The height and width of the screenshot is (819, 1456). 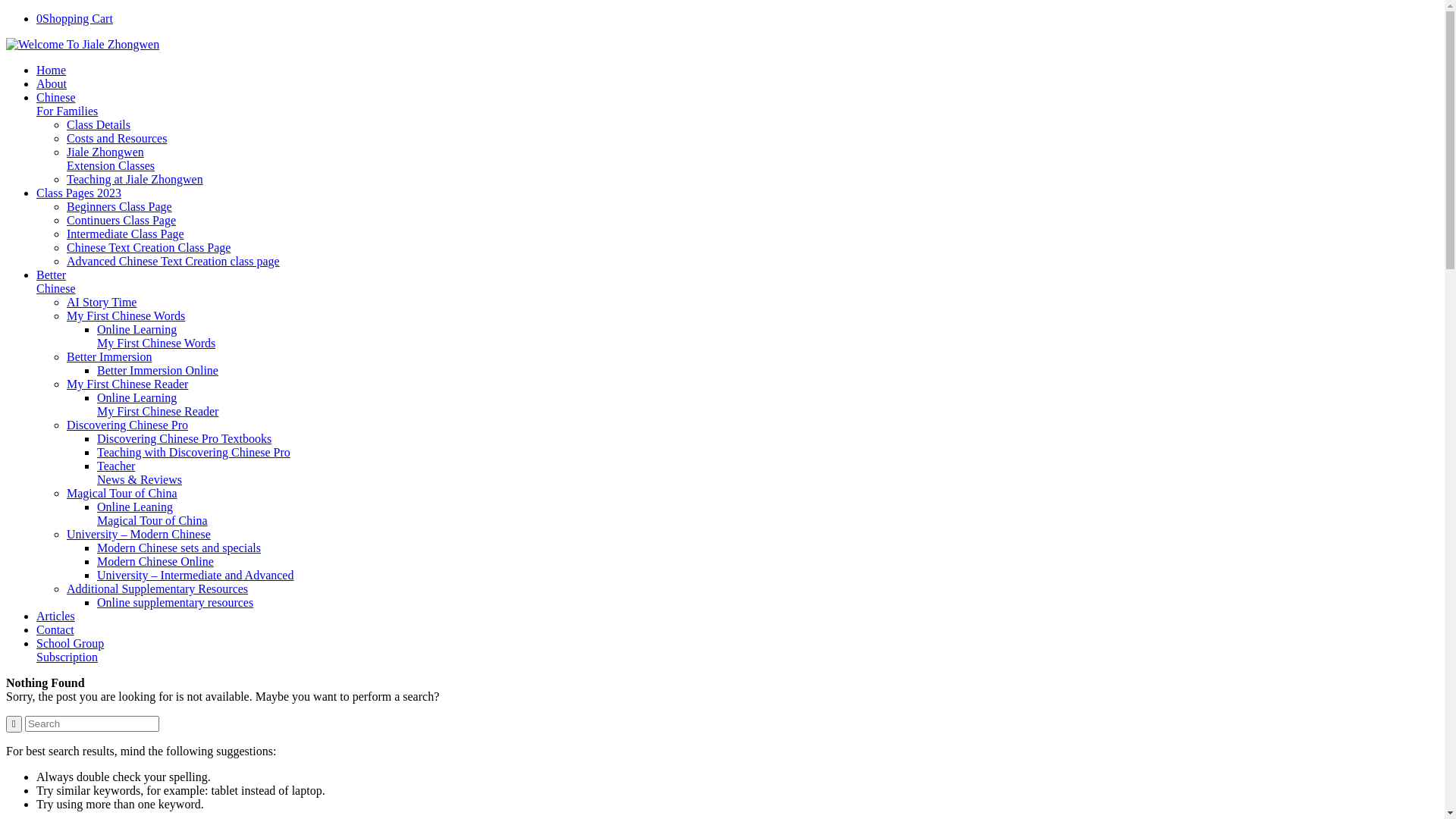 I want to click on 'Online Leaning, so click(x=96, y=513).